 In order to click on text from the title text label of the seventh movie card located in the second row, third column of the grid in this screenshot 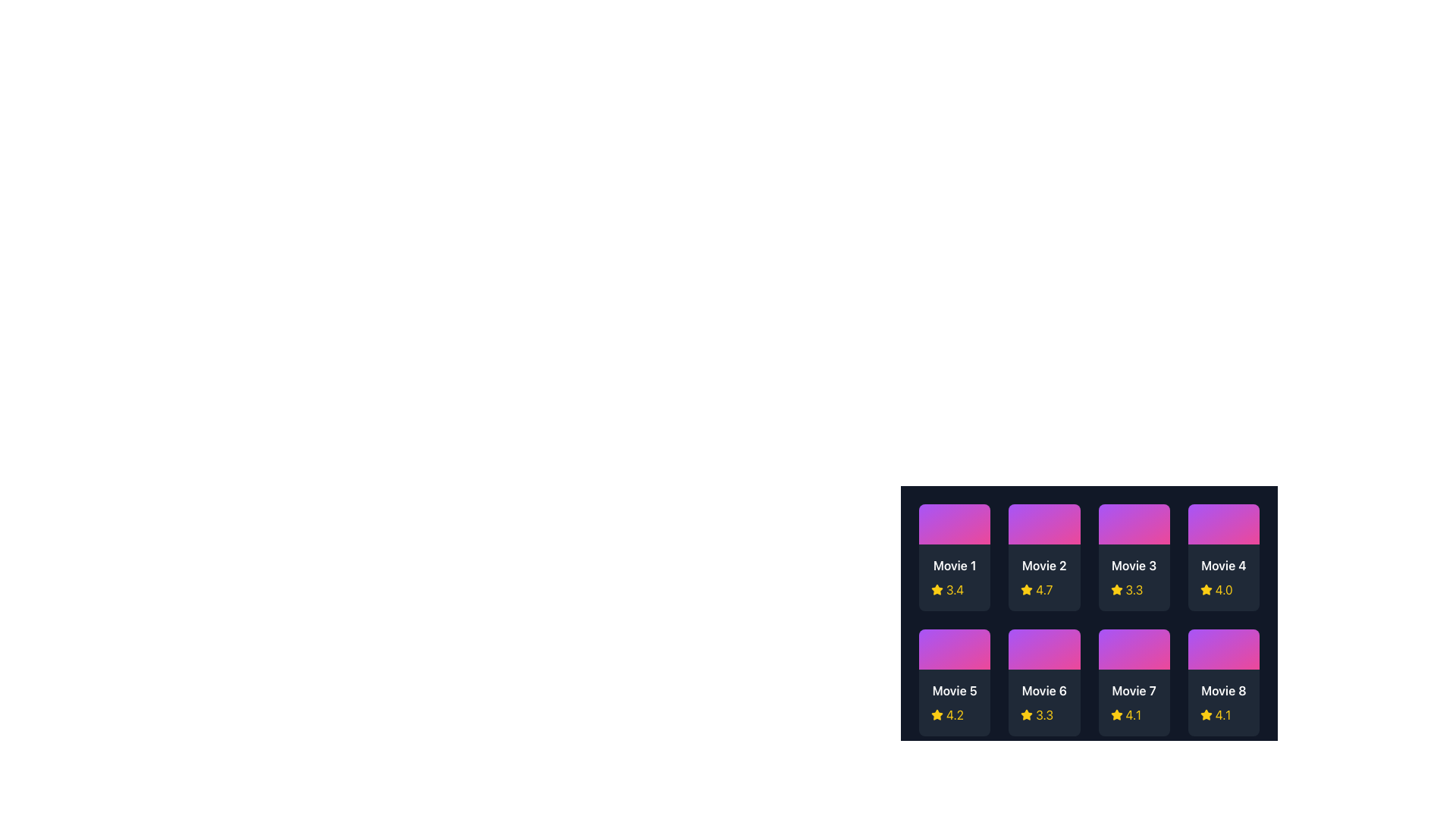, I will do `click(1134, 690)`.